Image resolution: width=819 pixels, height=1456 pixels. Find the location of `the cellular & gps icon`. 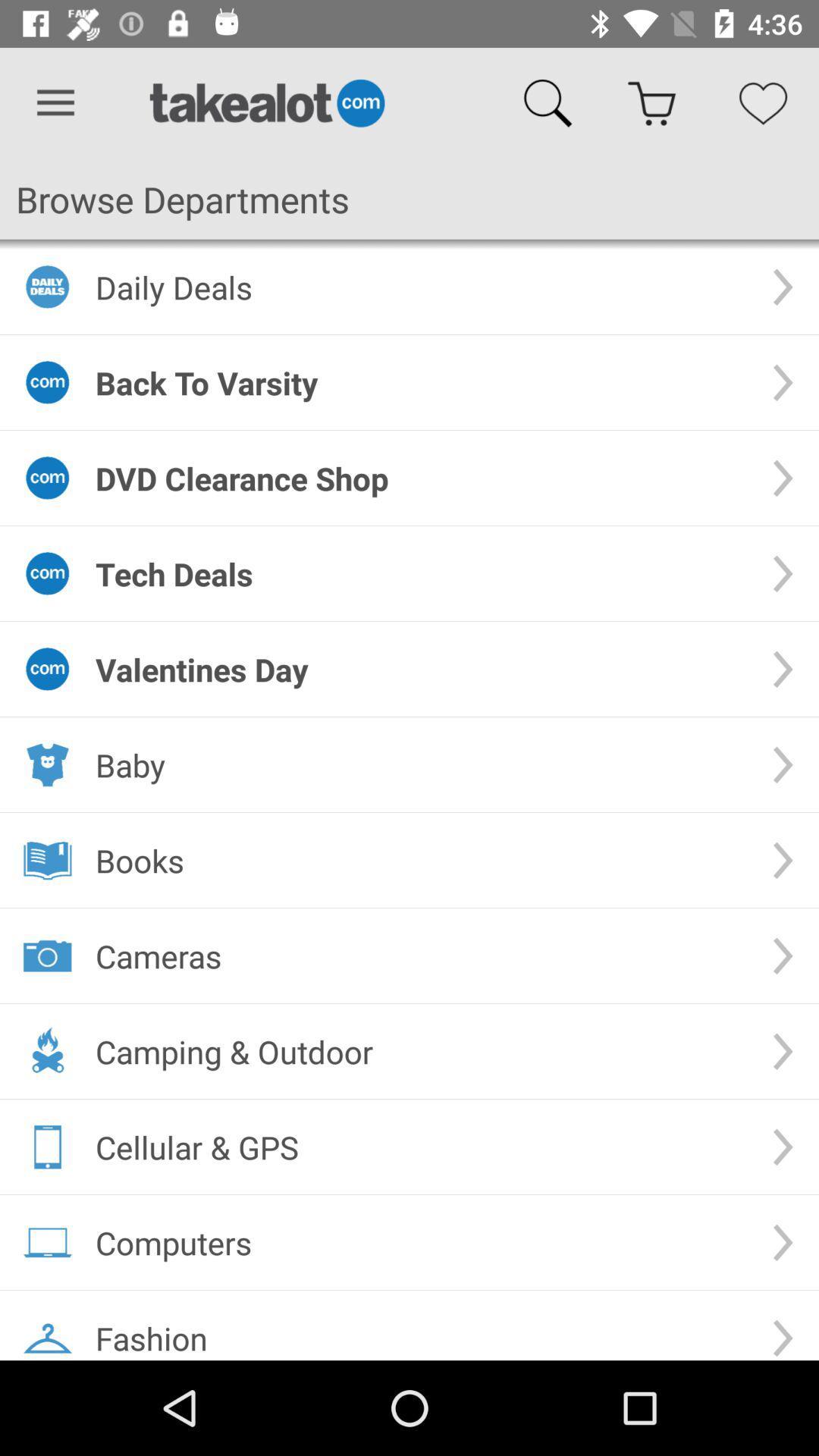

the cellular & gps icon is located at coordinates (421, 1147).